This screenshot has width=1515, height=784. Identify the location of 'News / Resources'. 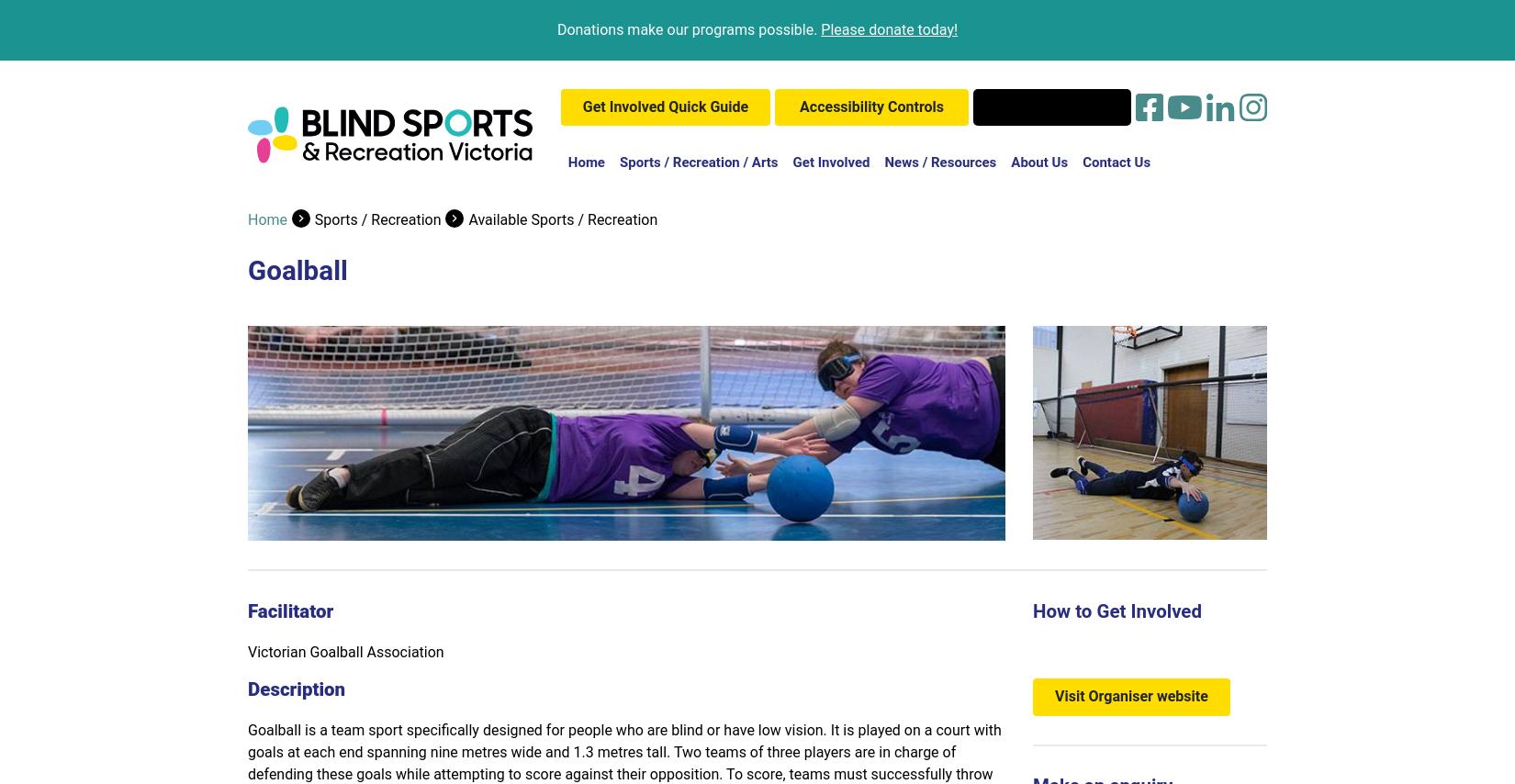
(939, 162).